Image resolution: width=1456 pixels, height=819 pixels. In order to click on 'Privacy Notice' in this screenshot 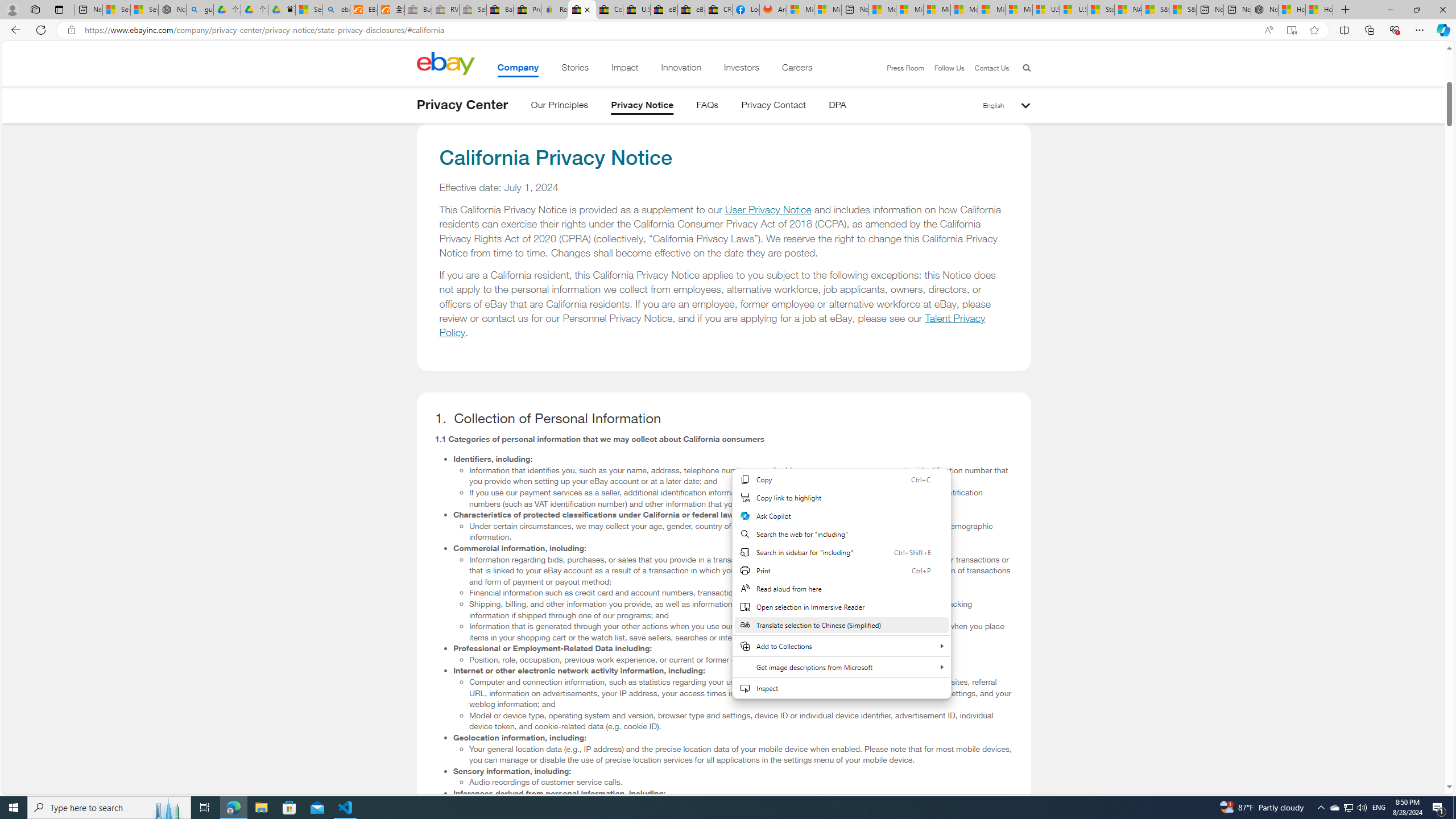, I will do `click(642, 106)`.